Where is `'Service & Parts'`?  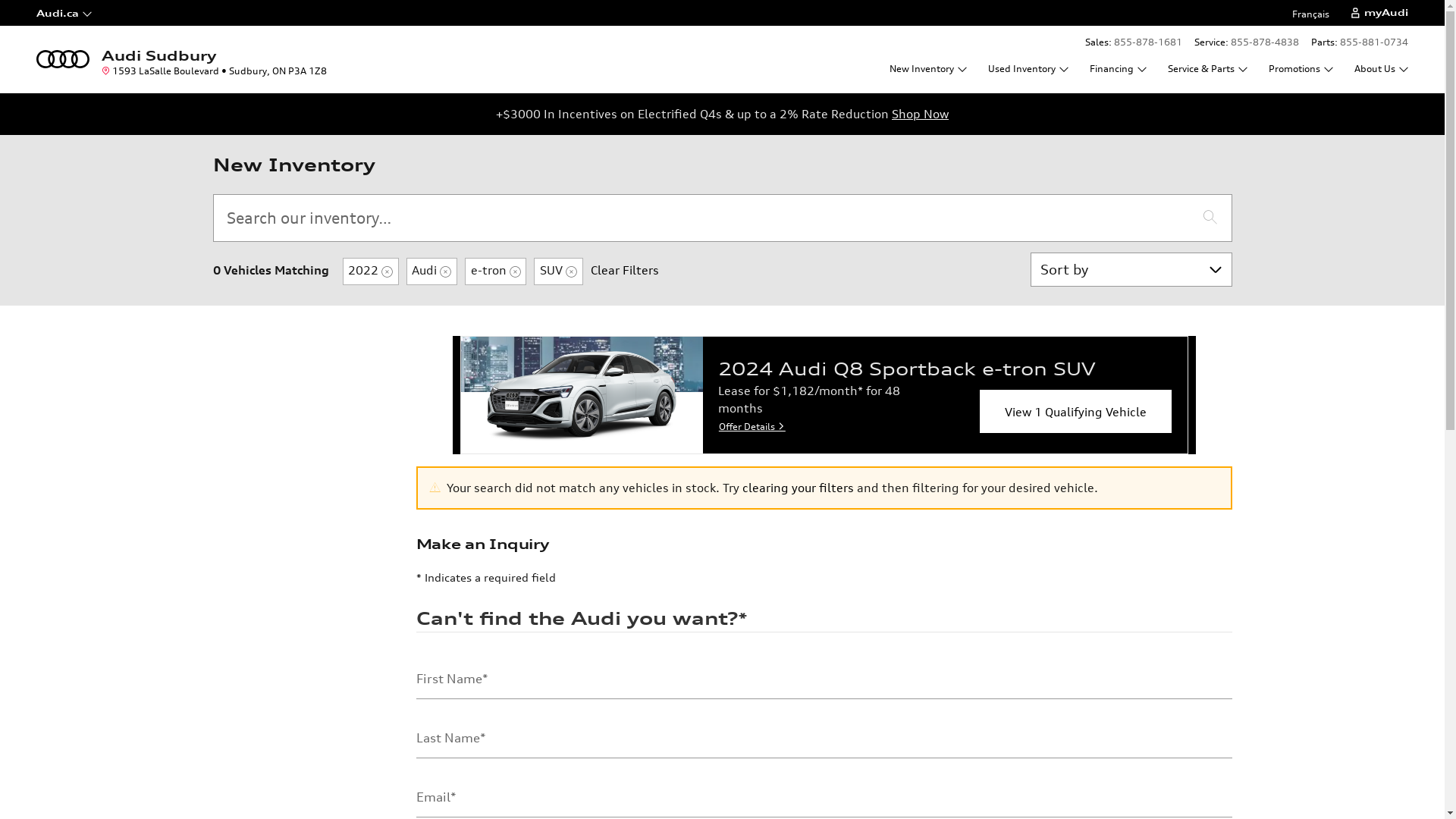 'Service & Parts' is located at coordinates (1207, 68).